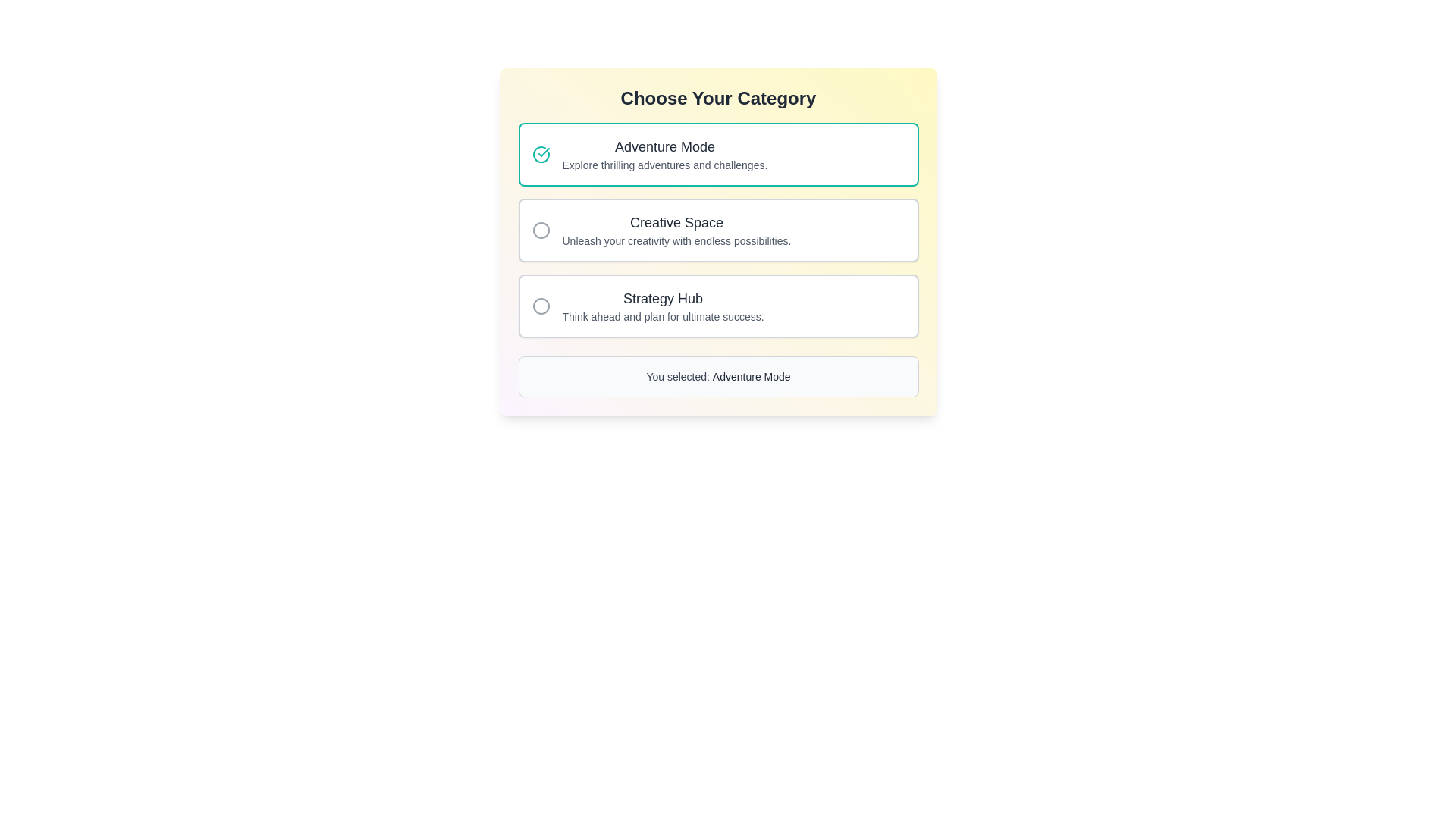 The image size is (1456, 819). I want to click on the text element reading 'Explore thrilling adventures and challenges.' which is styled in light gray and located below the title 'Adventure Mode' in the bordered option box under 'Choose Your Category', so click(664, 165).